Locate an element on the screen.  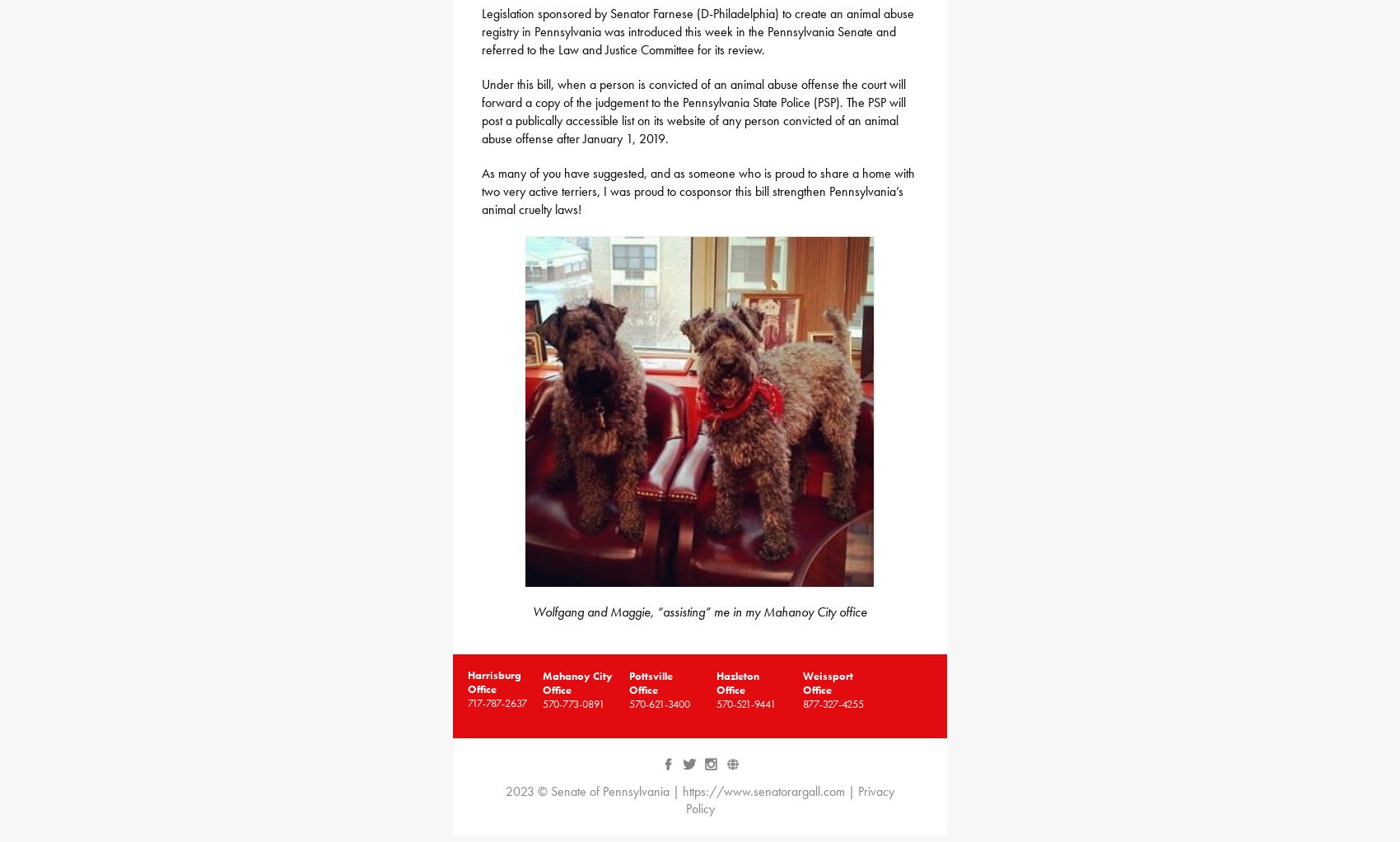
'Hazleton Office' is located at coordinates (737, 682).